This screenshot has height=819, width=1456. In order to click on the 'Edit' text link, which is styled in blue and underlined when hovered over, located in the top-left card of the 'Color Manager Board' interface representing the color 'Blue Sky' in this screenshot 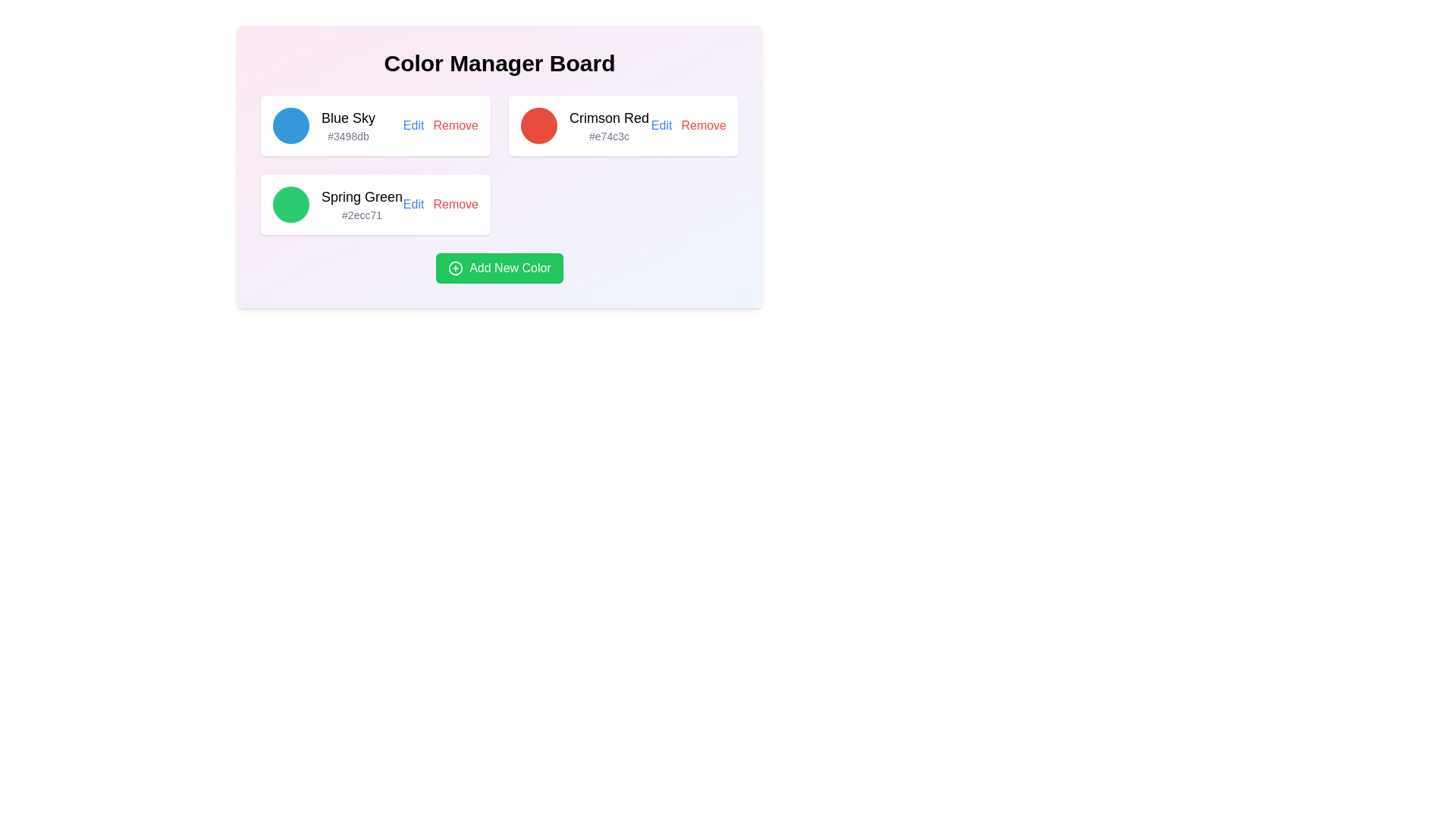, I will do `click(413, 124)`.